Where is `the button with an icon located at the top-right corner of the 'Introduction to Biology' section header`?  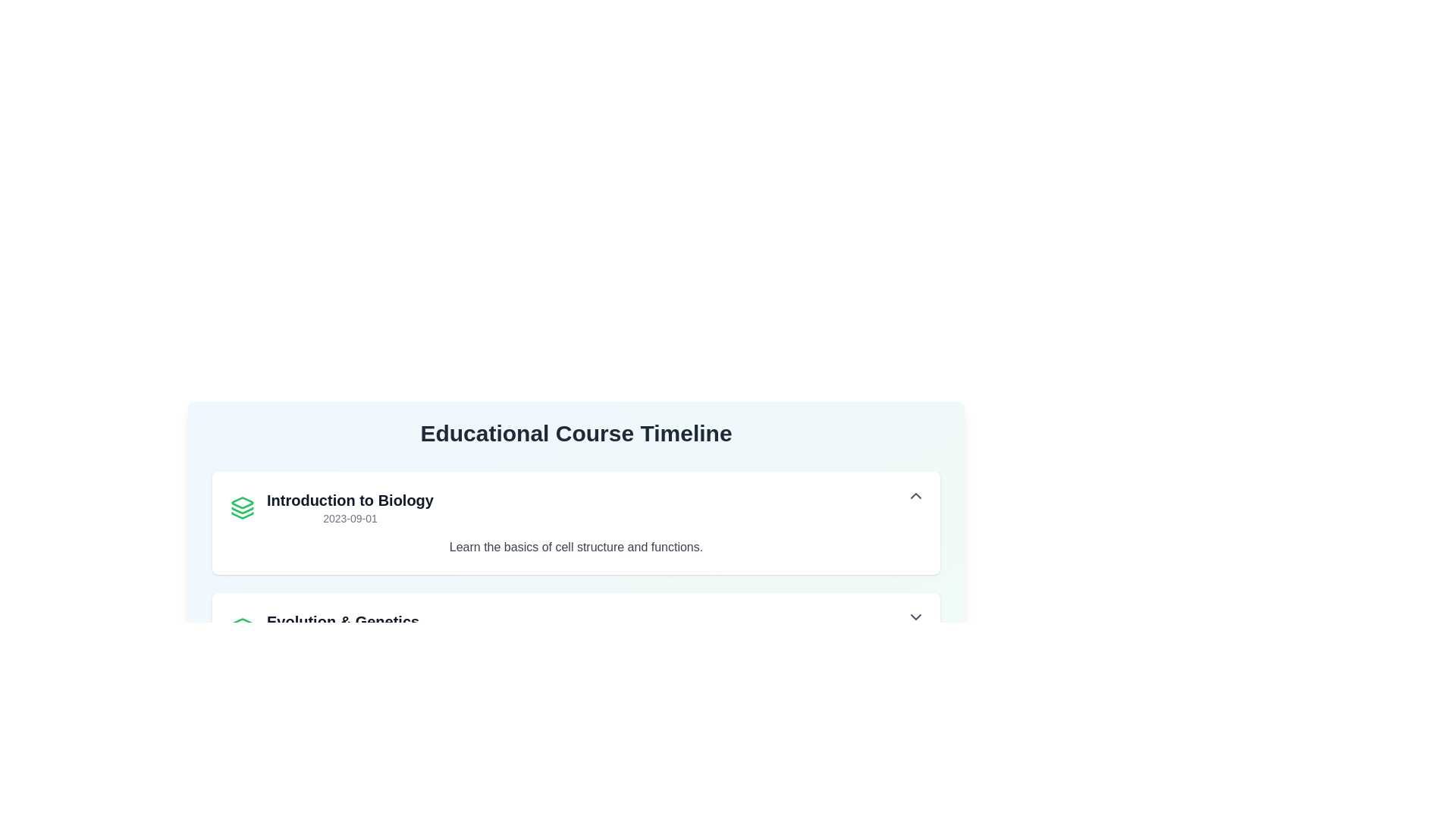 the button with an icon located at the top-right corner of the 'Introduction to Biology' section header is located at coordinates (915, 496).